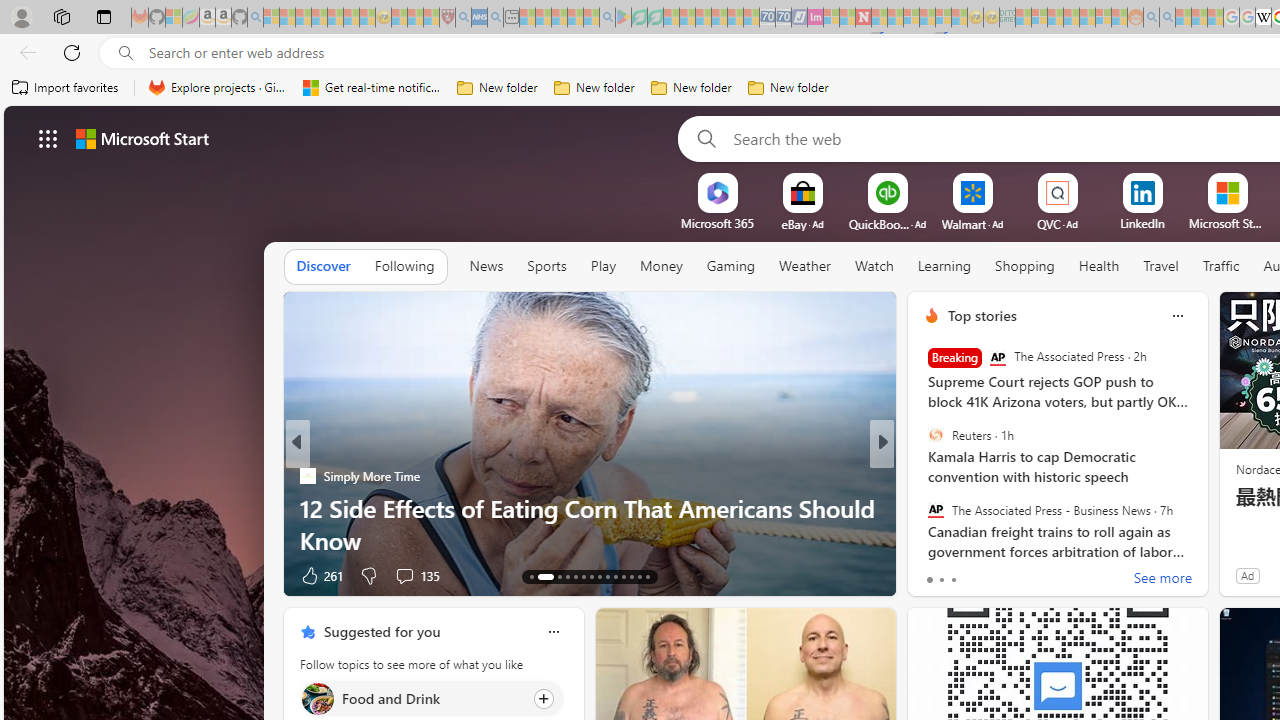  I want to click on 'AutomationID: tab-19', so click(591, 577).